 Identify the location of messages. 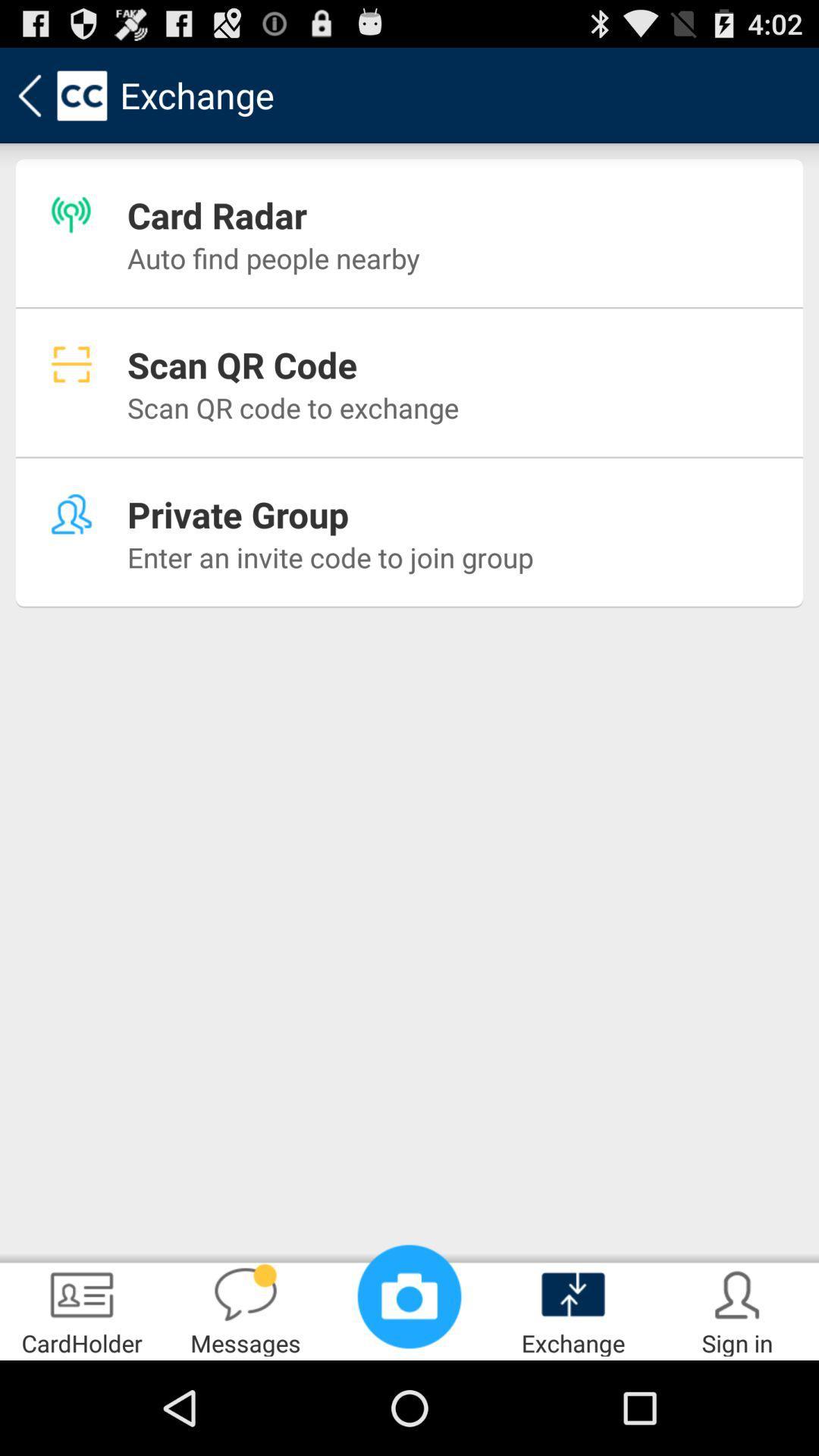
(245, 1309).